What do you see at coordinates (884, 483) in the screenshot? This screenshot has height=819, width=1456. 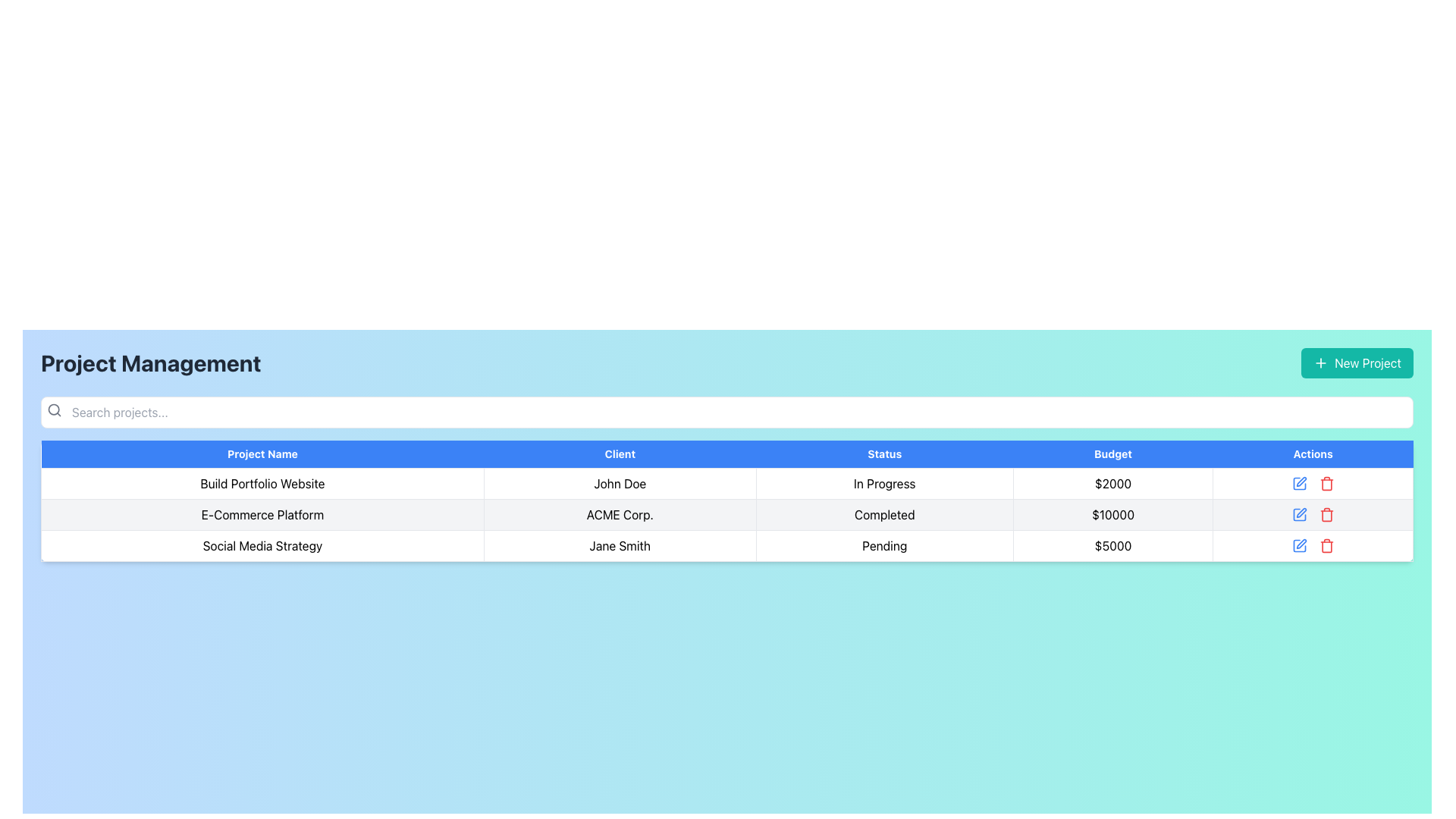 I see `the Static Text Label displaying 'In Progress' in the 'Status' column of the row for the project 'Build Portfolio Website'` at bounding box center [884, 483].